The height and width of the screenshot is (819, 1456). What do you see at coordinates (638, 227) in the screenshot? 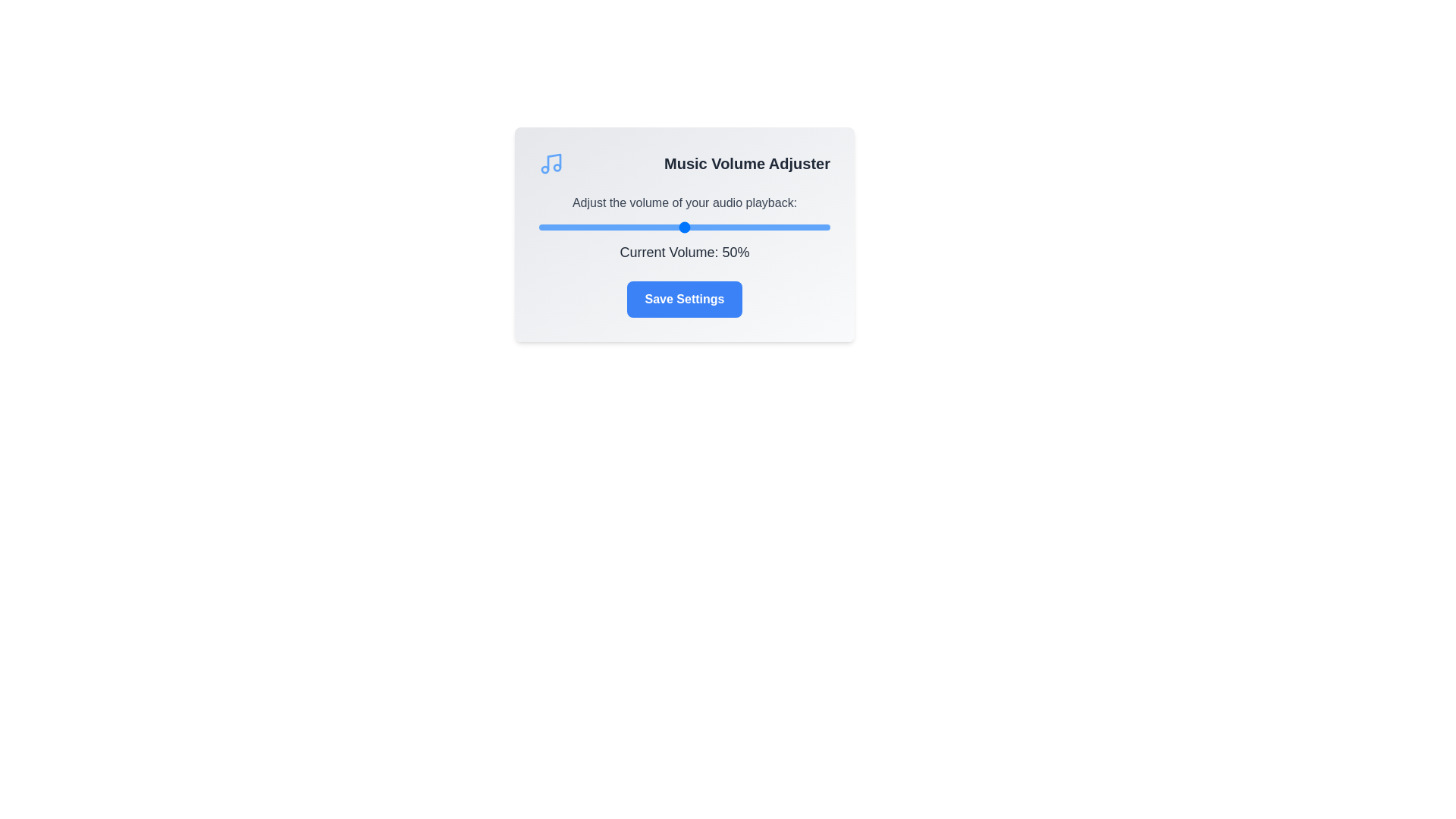
I see `the volume slider to 34%` at bounding box center [638, 227].